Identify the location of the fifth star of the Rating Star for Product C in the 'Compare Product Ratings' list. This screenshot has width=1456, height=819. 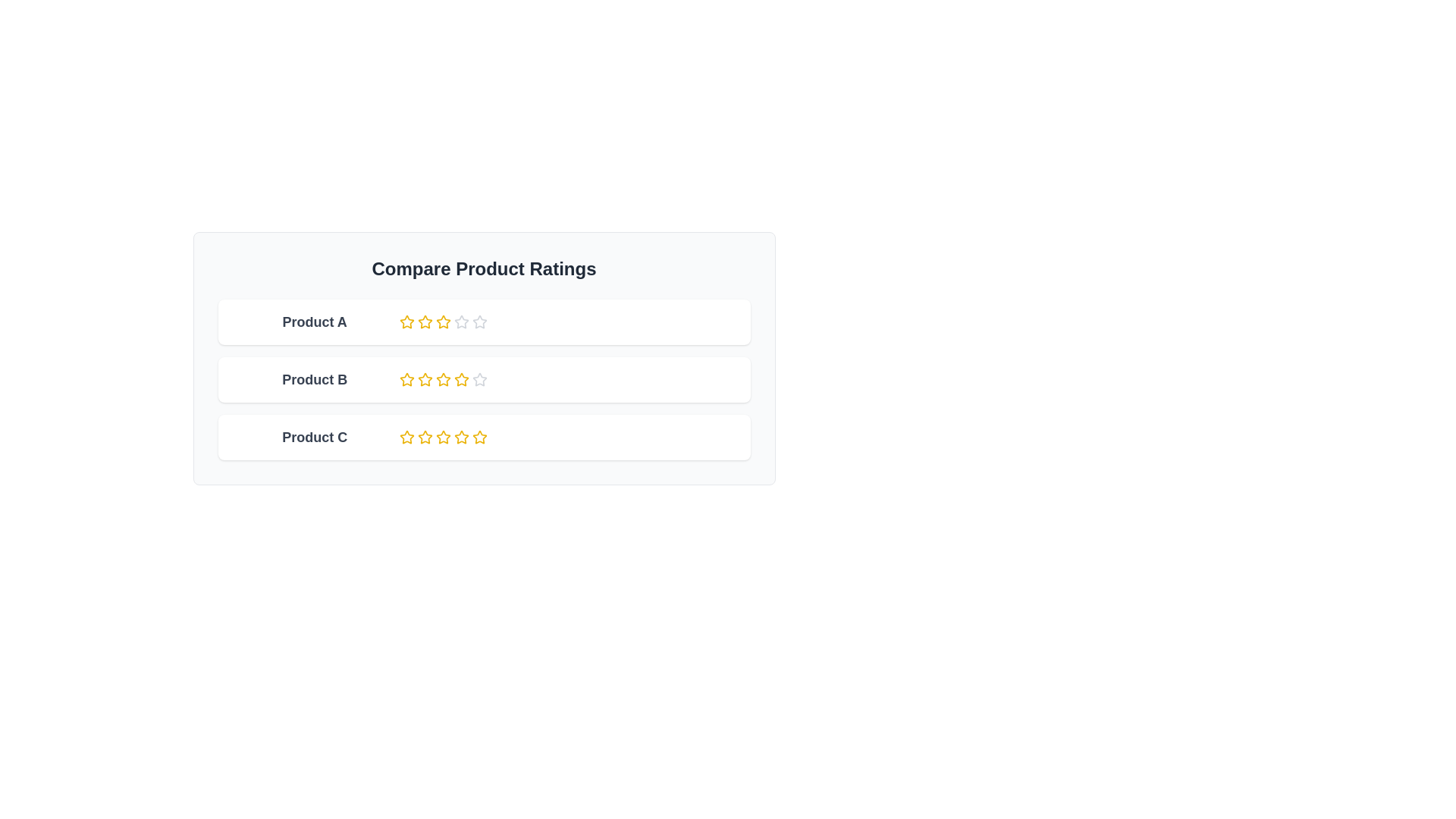
(479, 437).